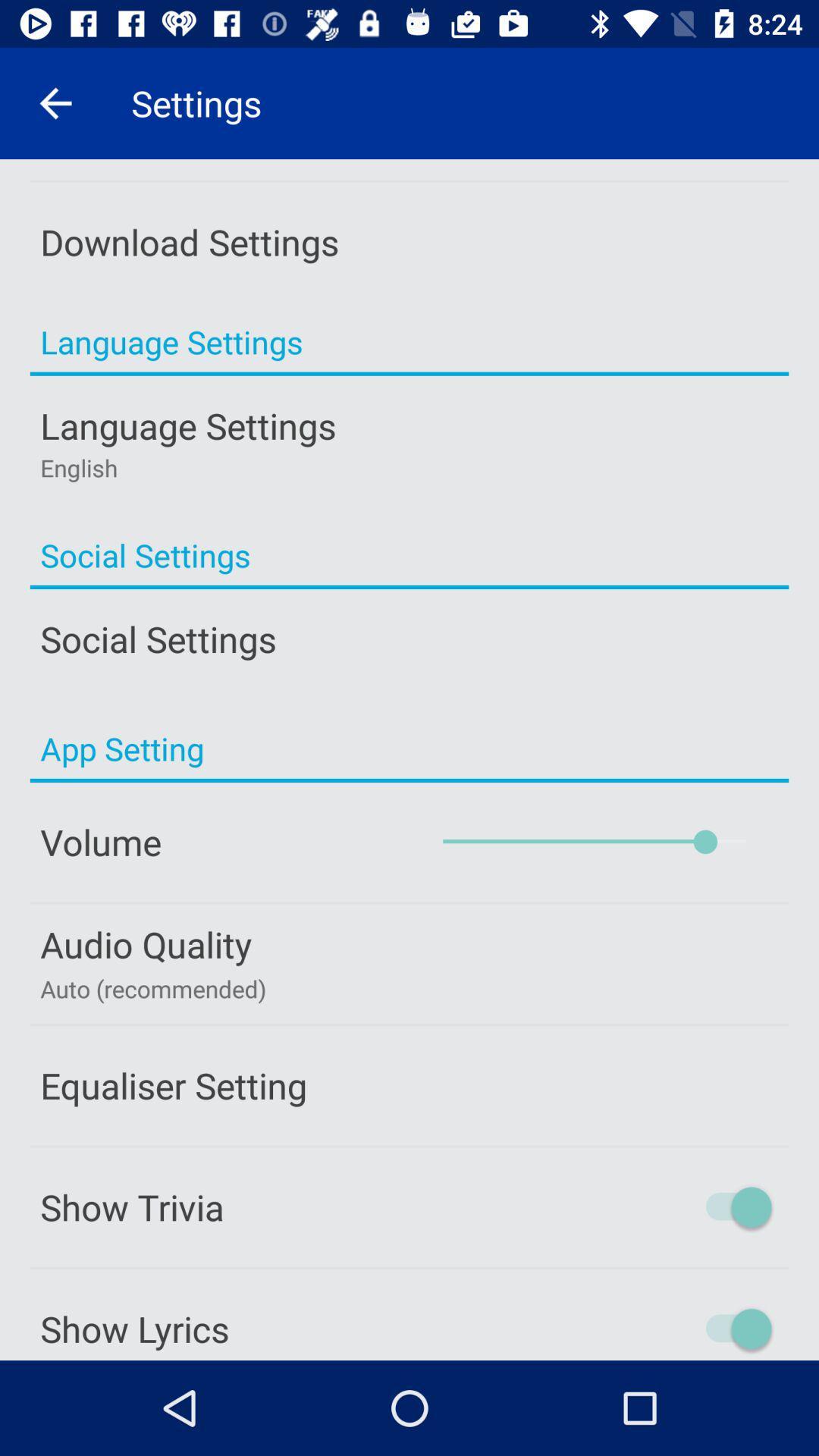  What do you see at coordinates (673, 1206) in the screenshot?
I see `toggles trivia information shown` at bounding box center [673, 1206].